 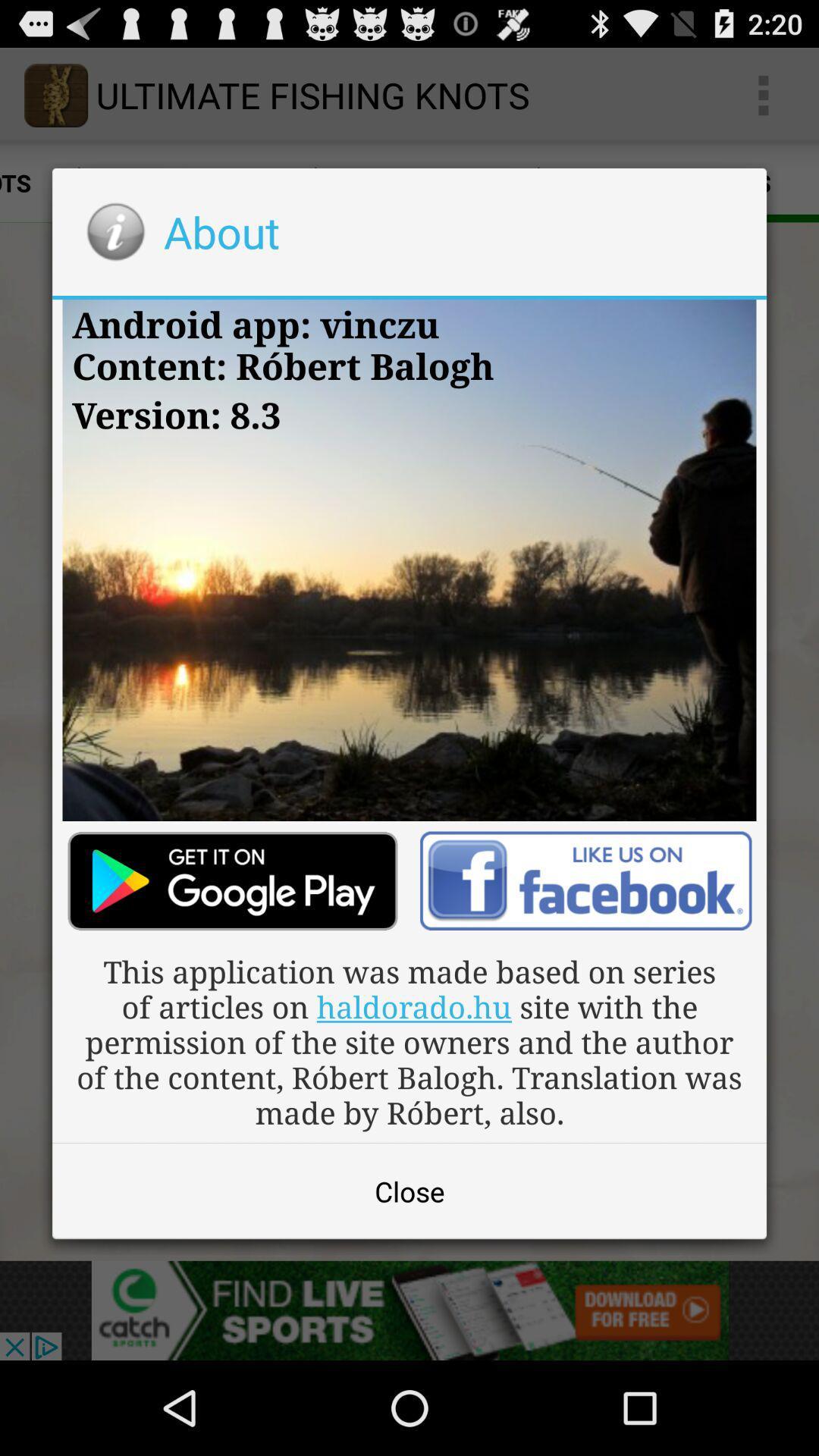 I want to click on the close item, so click(x=409, y=1191).